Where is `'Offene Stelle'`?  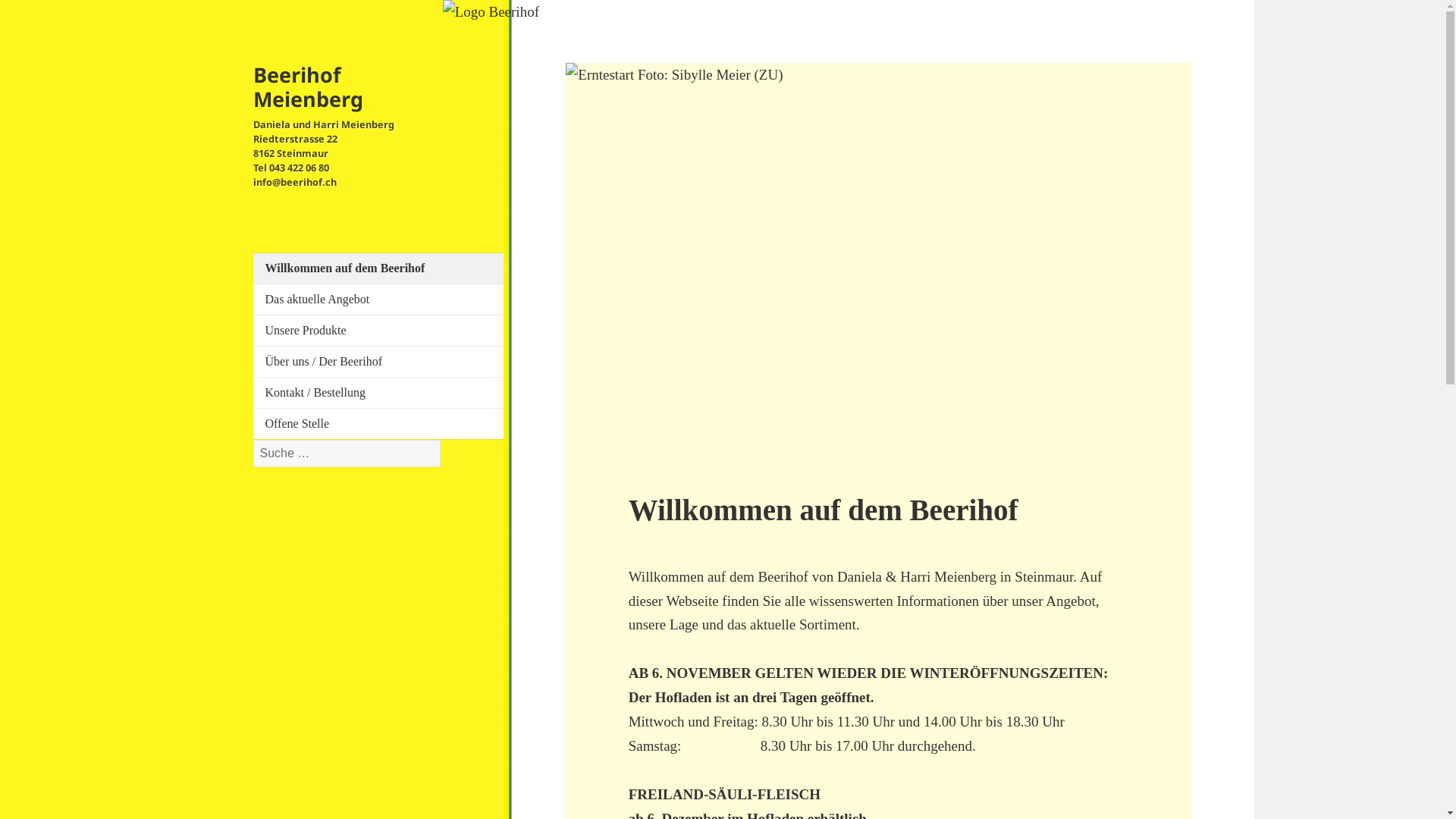
'Offene Stelle' is located at coordinates (384, 424).